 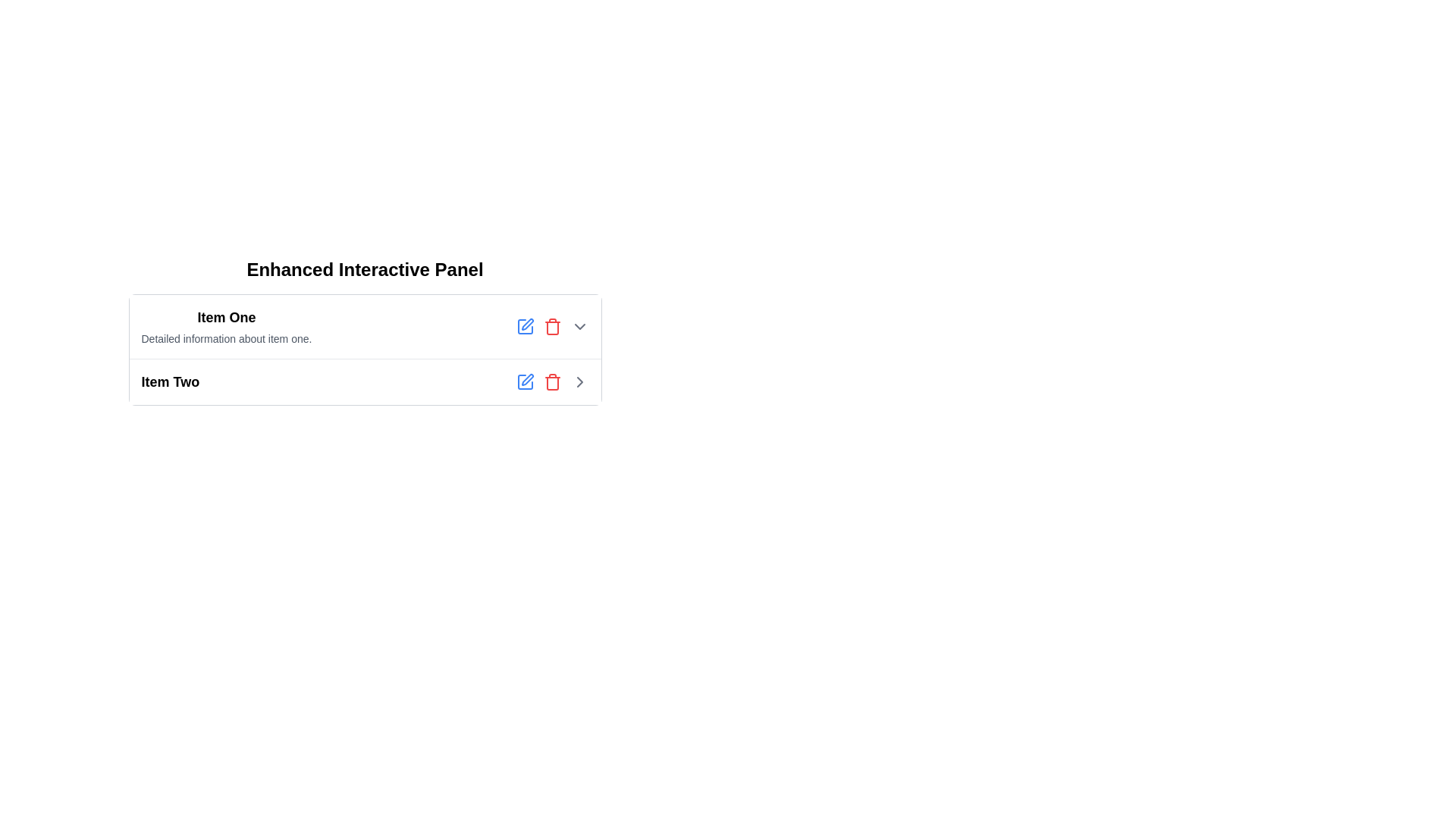 I want to click on the pen icon SVG graphic associated with the edit functionality, located in the actionable area next to 'Item Two', so click(x=527, y=379).